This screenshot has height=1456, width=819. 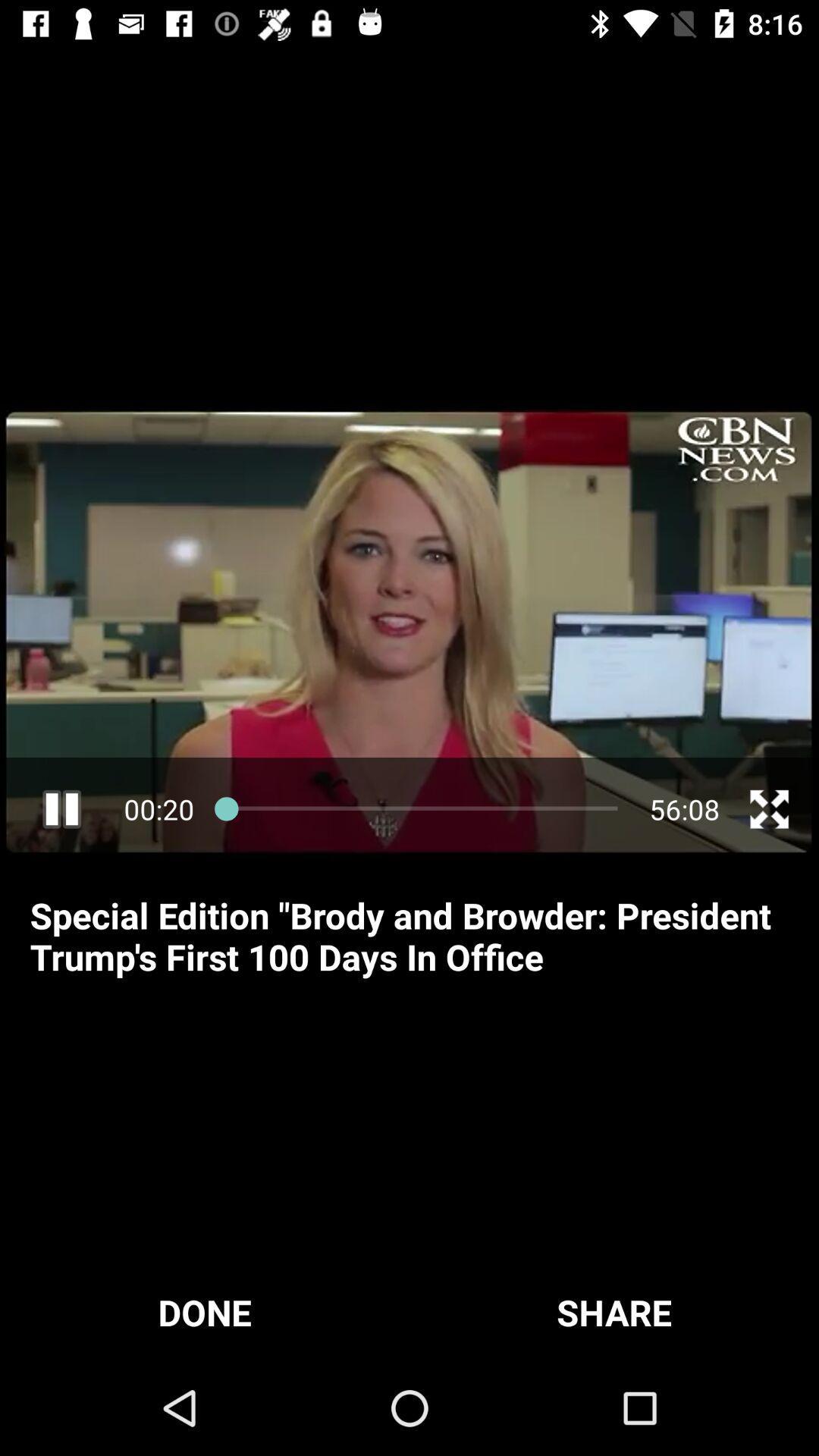 What do you see at coordinates (61, 808) in the screenshot?
I see `pause` at bounding box center [61, 808].